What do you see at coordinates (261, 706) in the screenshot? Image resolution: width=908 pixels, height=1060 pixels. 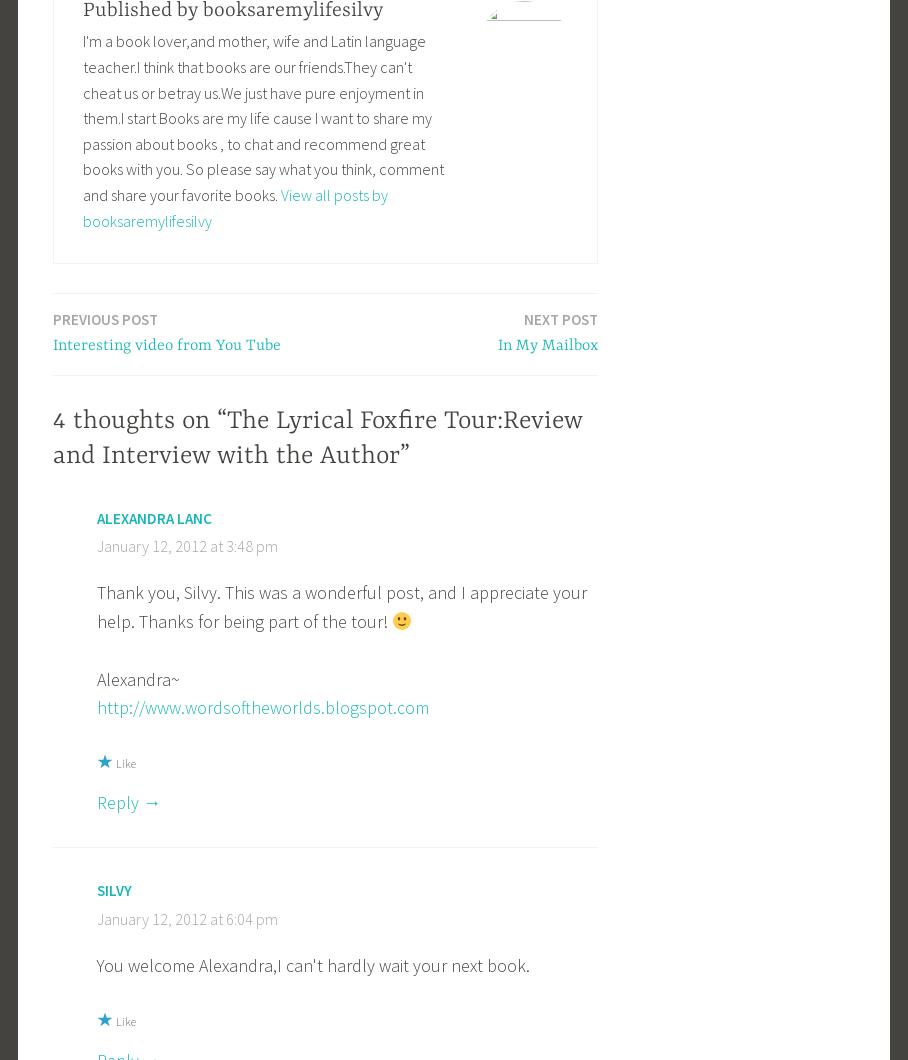 I see `'http://www.wordsoftheworlds.blogspot.com'` at bounding box center [261, 706].